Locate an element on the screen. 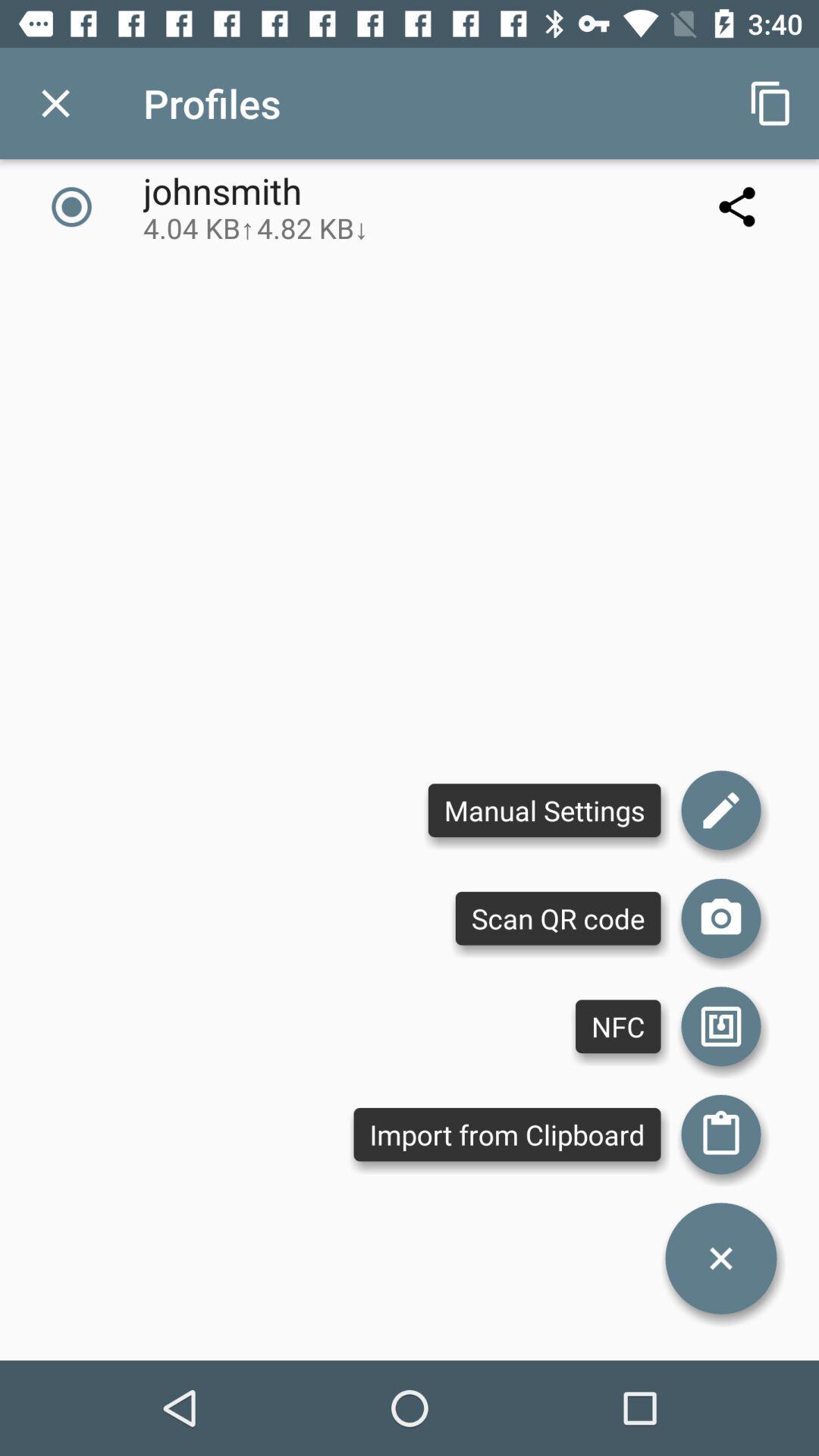 The height and width of the screenshot is (1456, 819). scan qr code is located at coordinates (720, 918).